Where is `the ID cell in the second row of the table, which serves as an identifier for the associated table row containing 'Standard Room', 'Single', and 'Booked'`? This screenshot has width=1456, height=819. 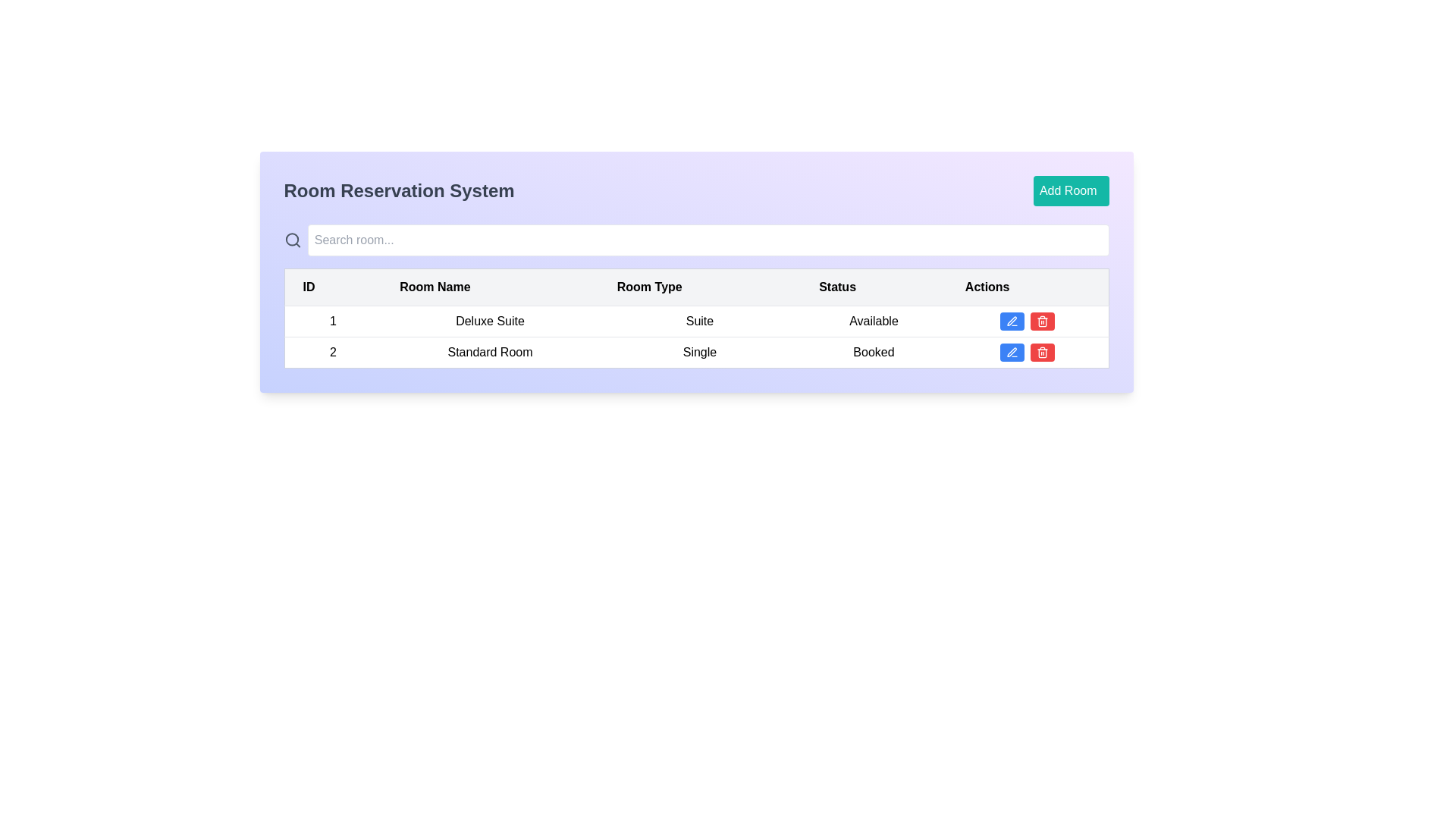 the ID cell in the second row of the table, which serves as an identifier for the associated table row containing 'Standard Room', 'Single', and 'Booked' is located at coordinates (332, 353).